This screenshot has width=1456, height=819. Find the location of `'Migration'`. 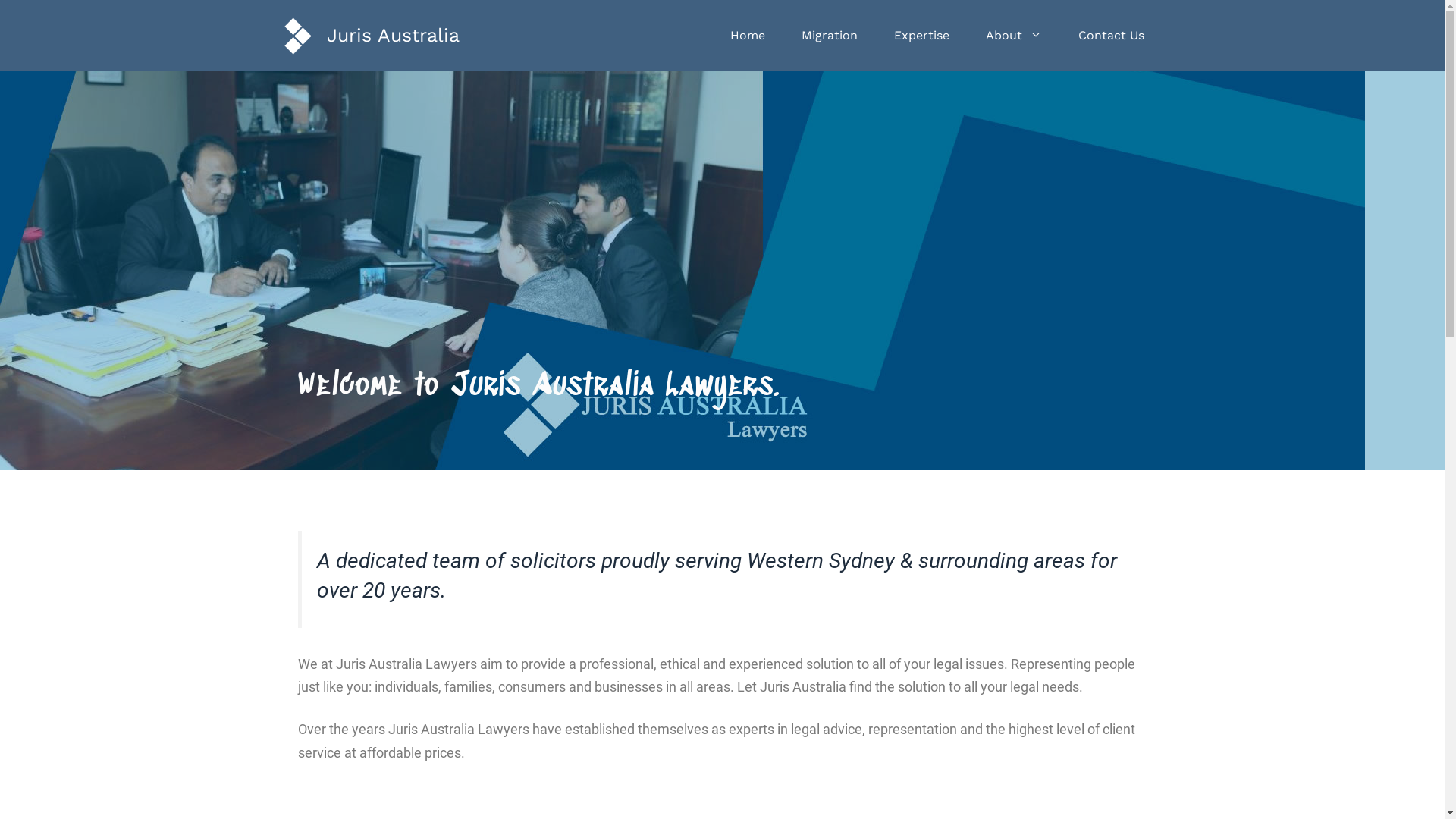

'Migration' is located at coordinates (783, 34).